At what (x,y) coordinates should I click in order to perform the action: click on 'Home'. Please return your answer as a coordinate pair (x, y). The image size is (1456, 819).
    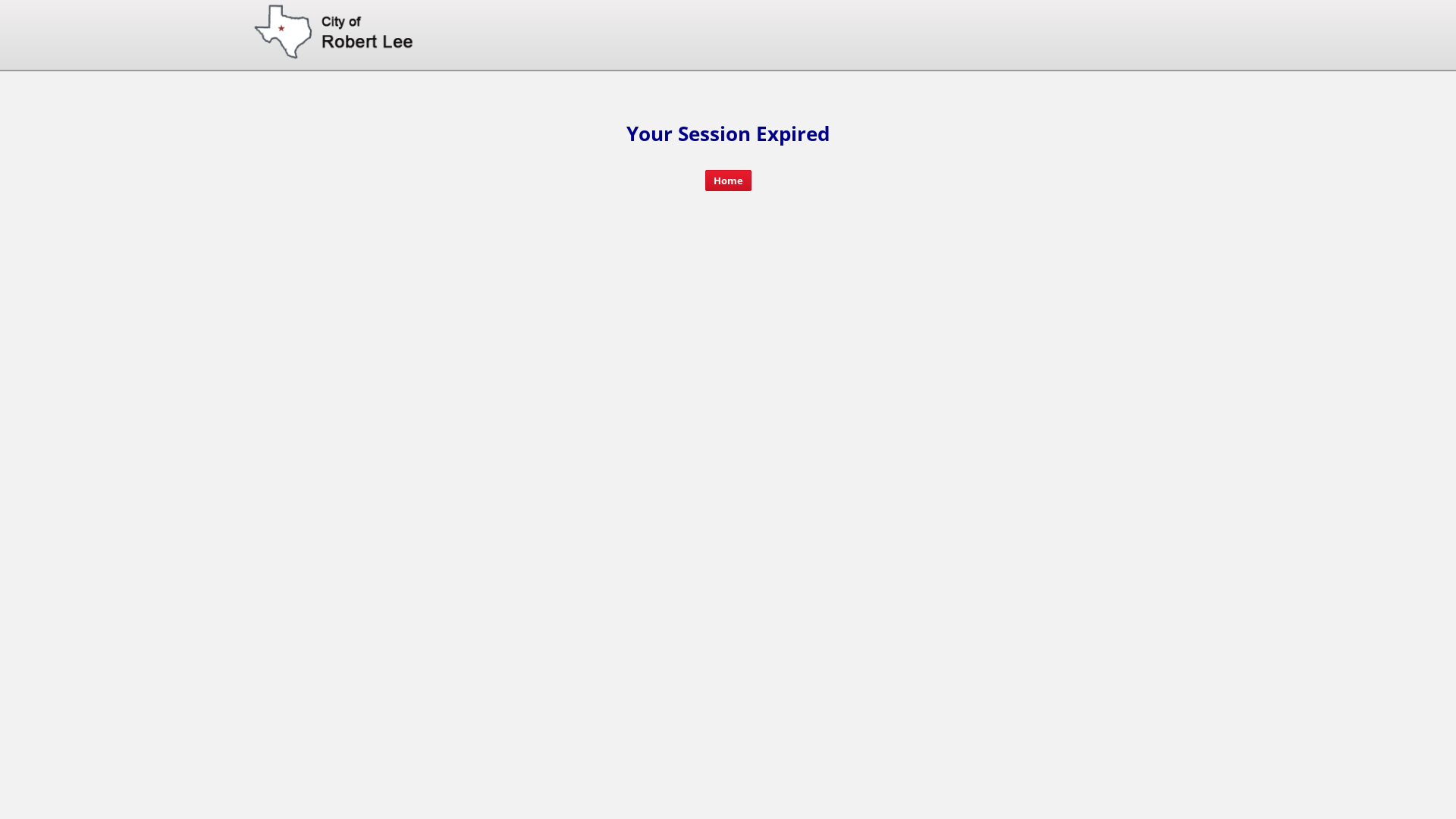
    Looking at the image, I should click on (728, 180).